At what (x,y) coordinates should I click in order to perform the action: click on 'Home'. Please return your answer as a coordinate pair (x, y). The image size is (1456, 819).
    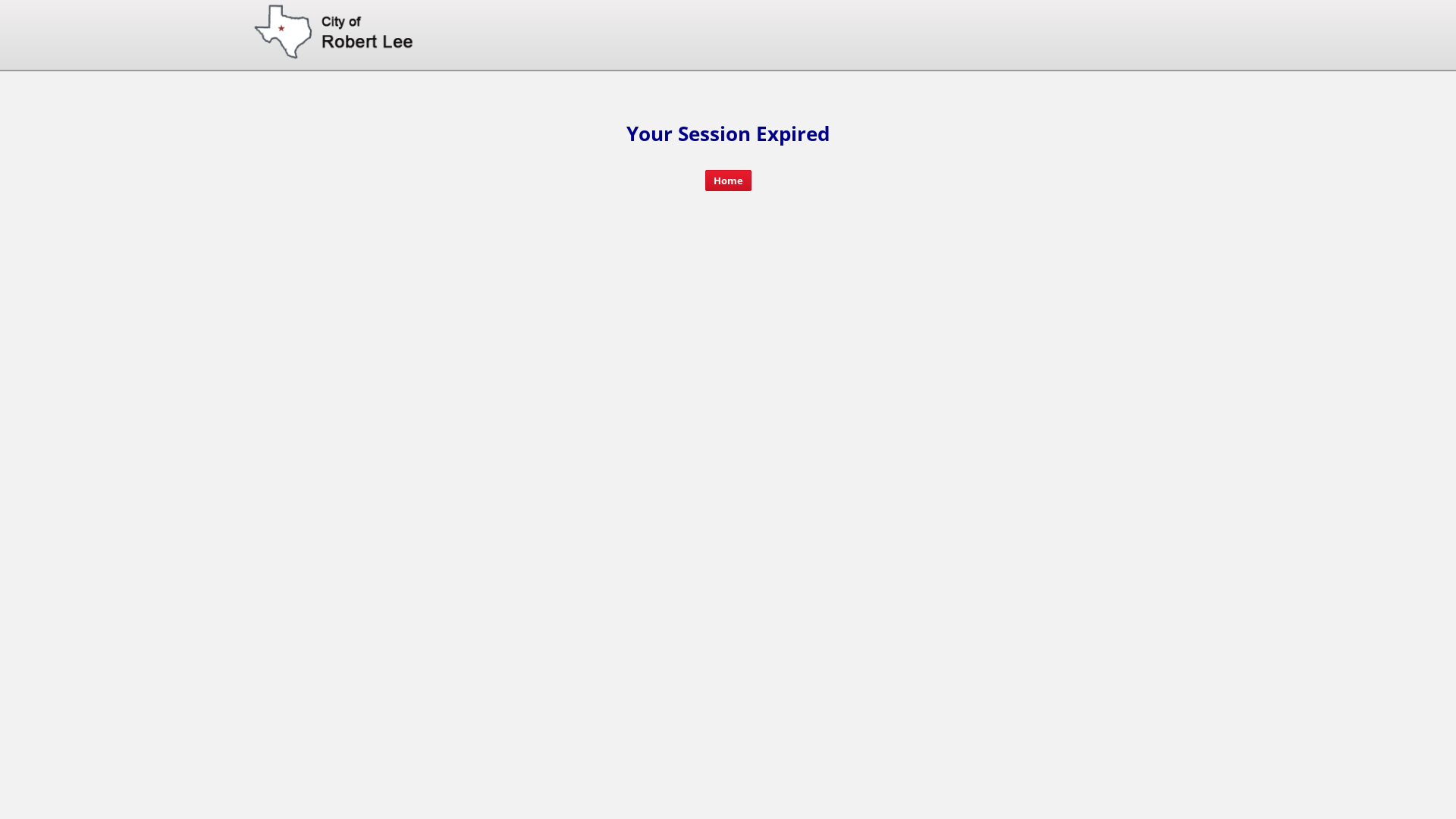
    Looking at the image, I should click on (728, 180).